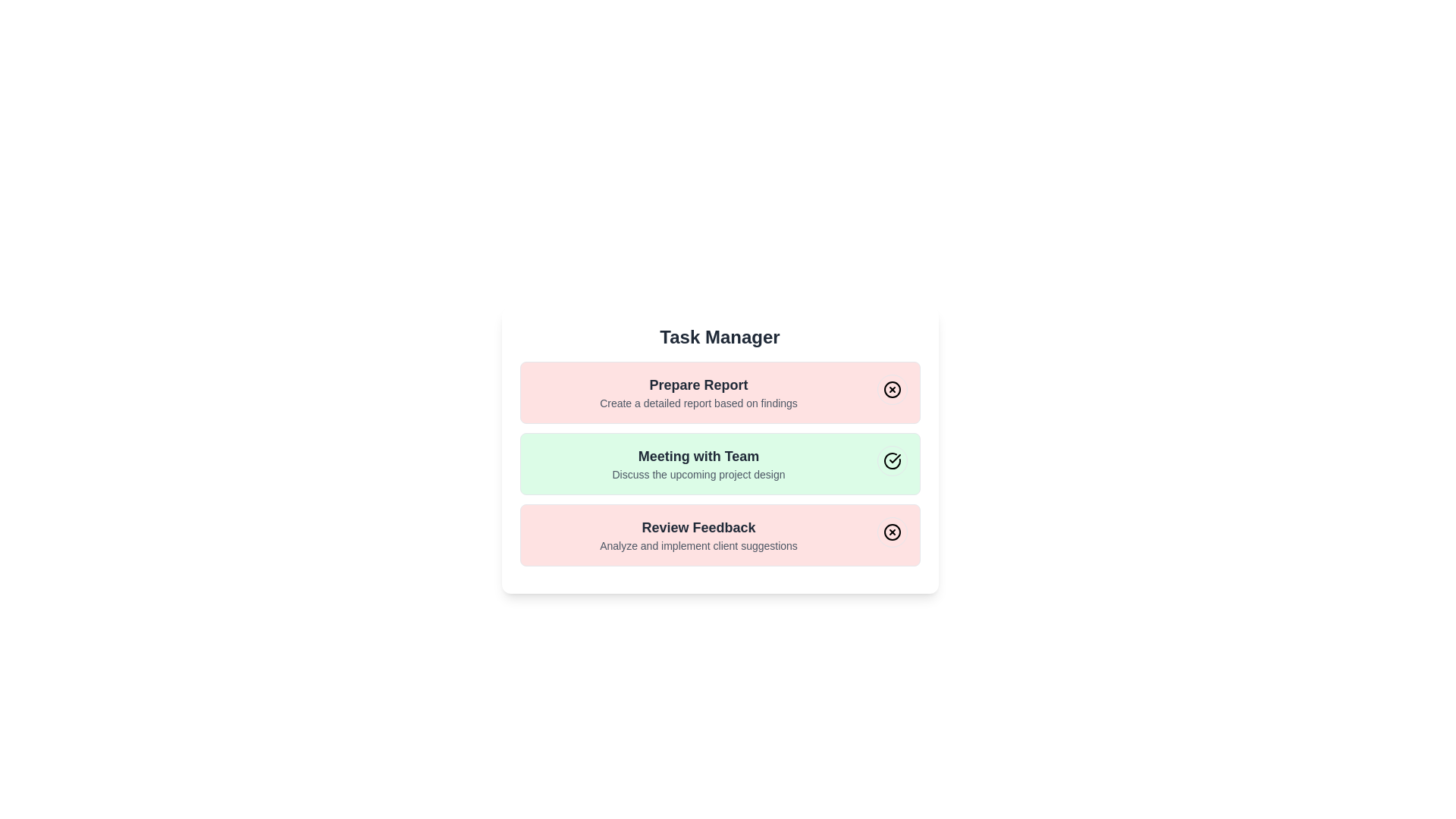  Describe the element at coordinates (892, 532) in the screenshot. I see `the toggle button for the task with title 'Review Feedback'` at that location.